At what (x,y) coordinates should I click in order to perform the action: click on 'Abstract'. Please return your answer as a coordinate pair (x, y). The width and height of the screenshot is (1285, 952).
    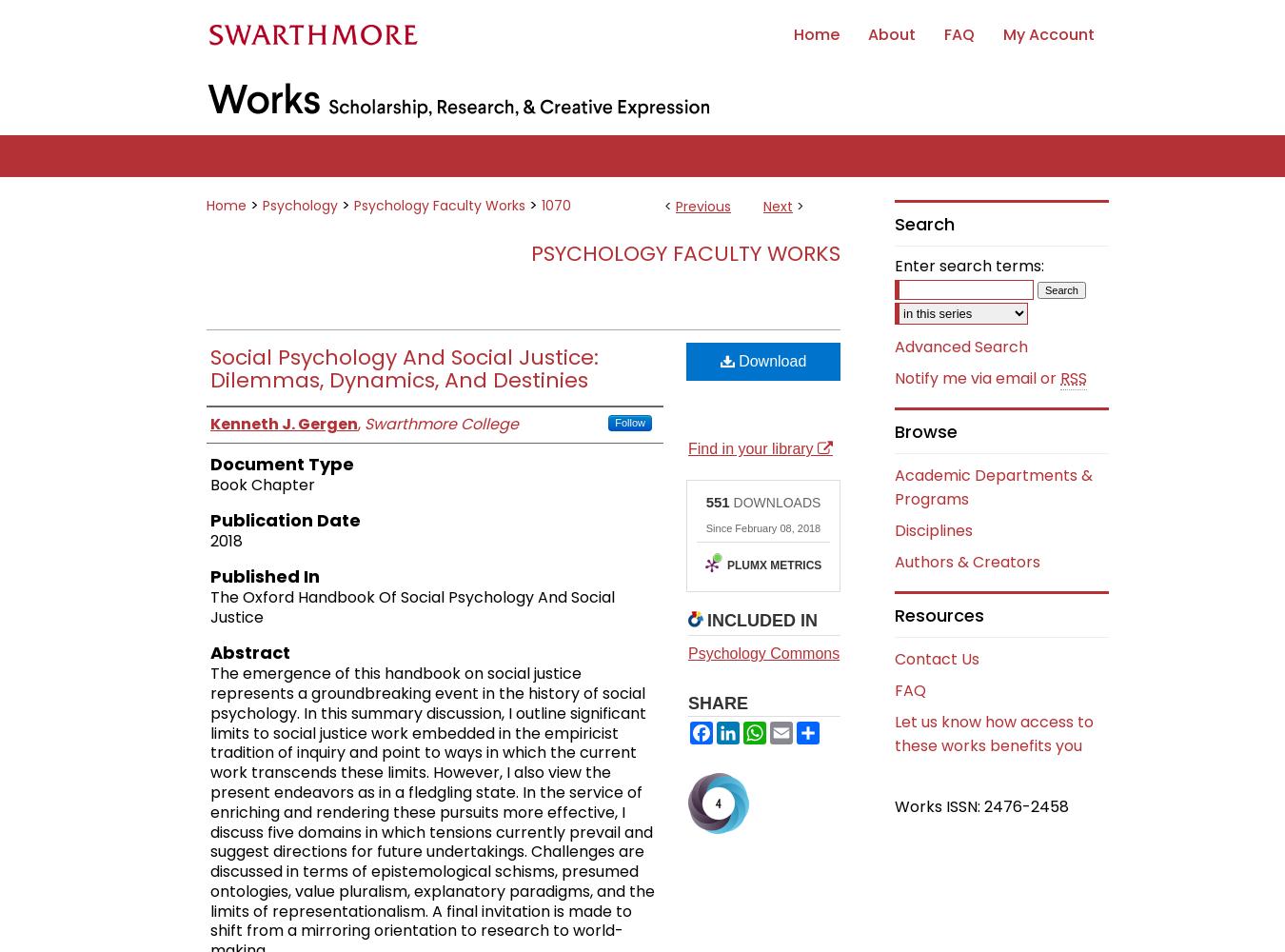
    Looking at the image, I should click on (248, 651).